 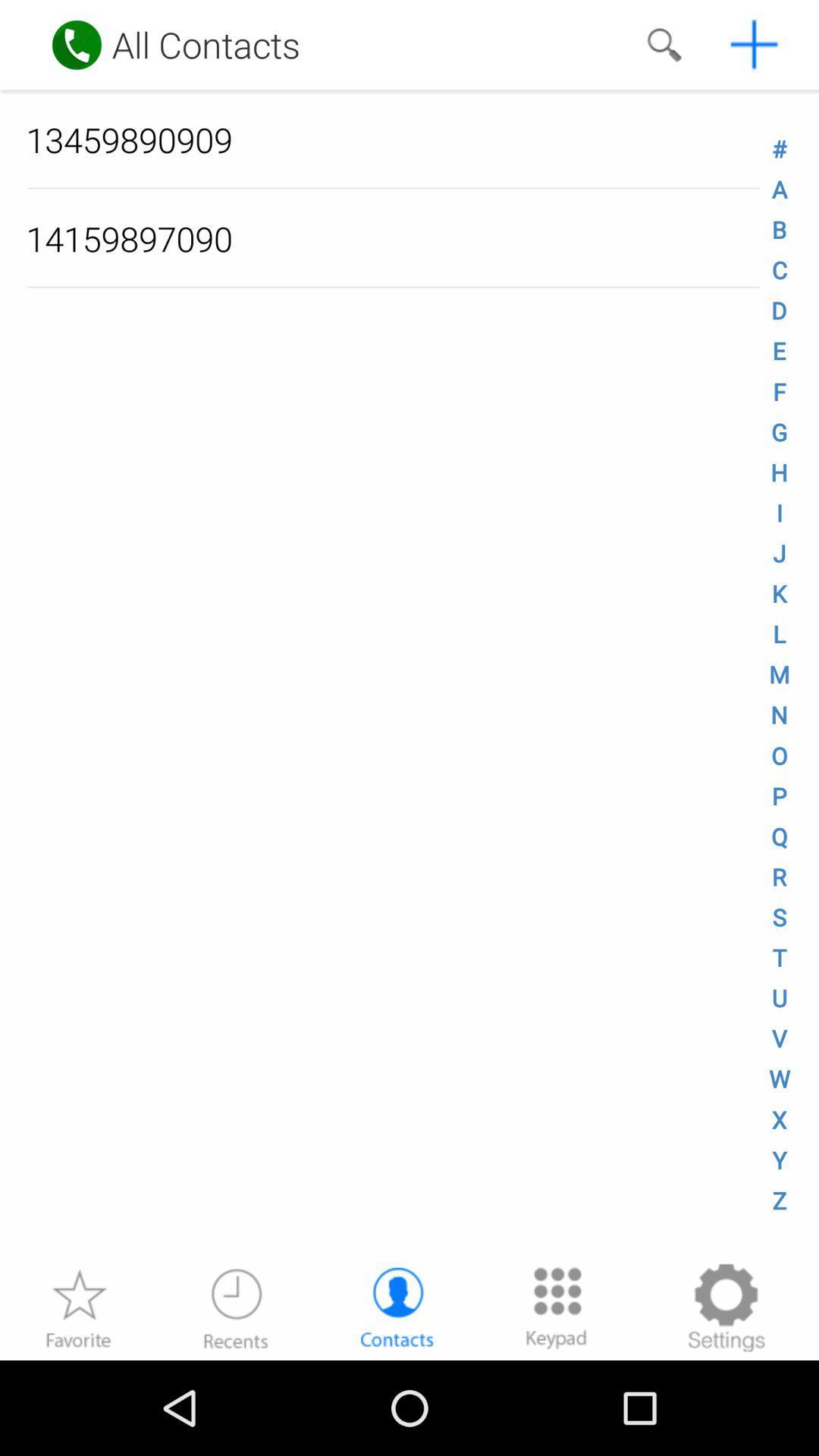 What do you see at coordinates (556, 1307) in the screenshot?
I see `keypad button` at bounding box center [556, 1307].